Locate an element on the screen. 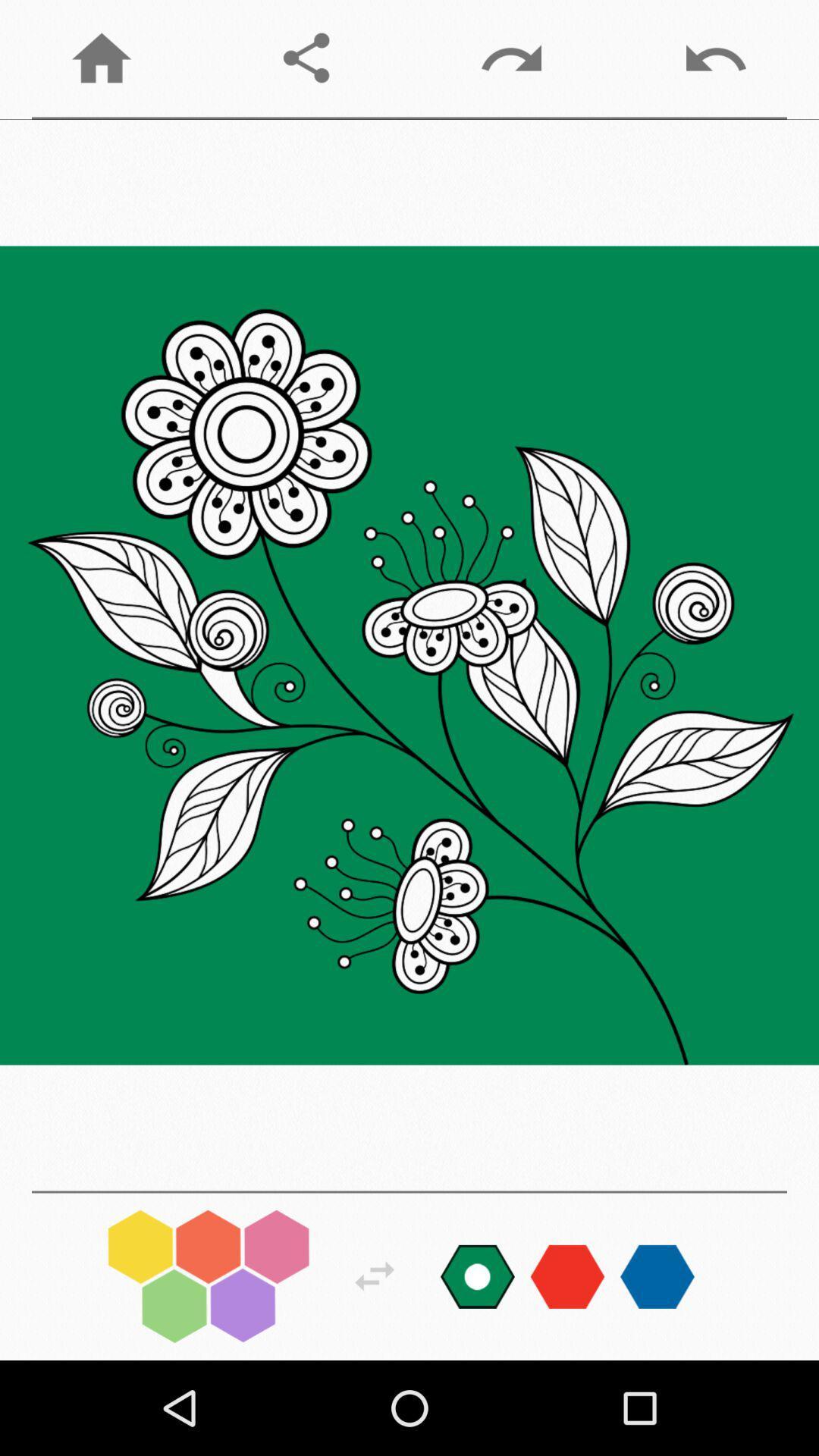  change input is located at coordinates (567, 1276).